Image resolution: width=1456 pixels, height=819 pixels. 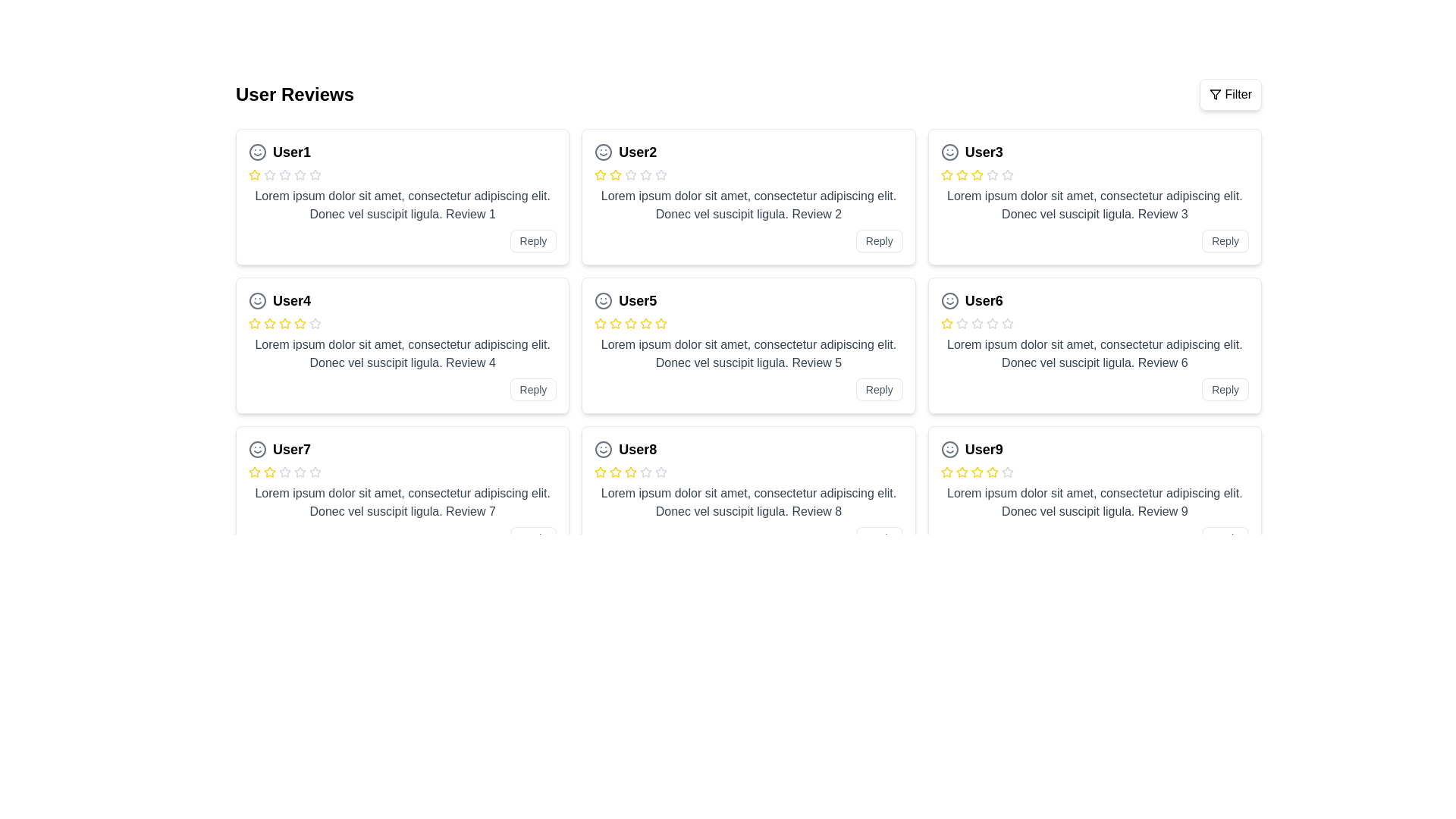 I want to click on the fourth star icon in User5's review card to change the rating in the star rating system, so click(x=631, y=323).